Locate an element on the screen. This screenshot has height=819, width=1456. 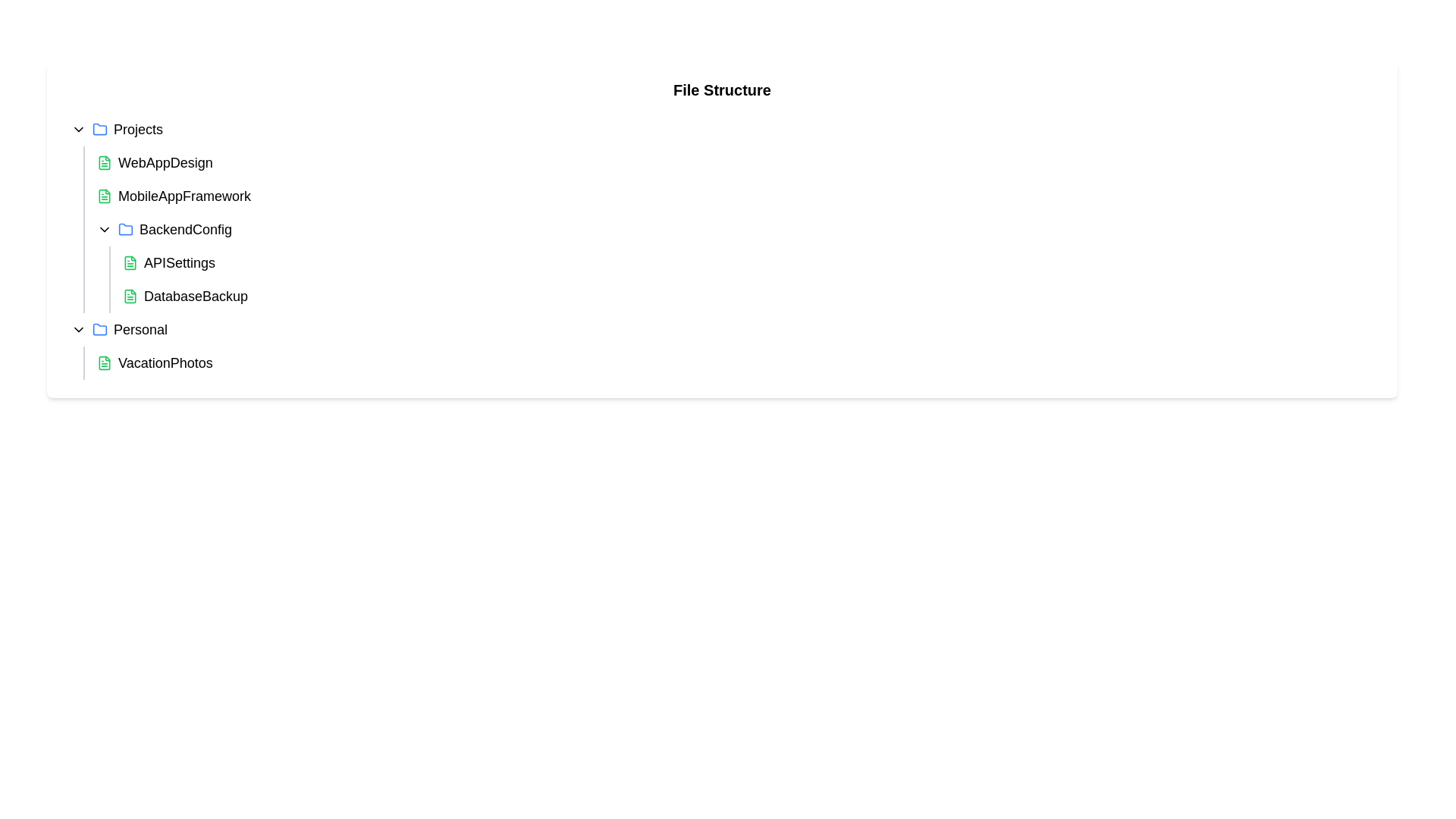
the File icon represented as a green rectangular icon with rounded corners, located before the 'APISettings' text under the 'BackendConfig' folder in the 'Projects' category is located at coordinates (130, 262).